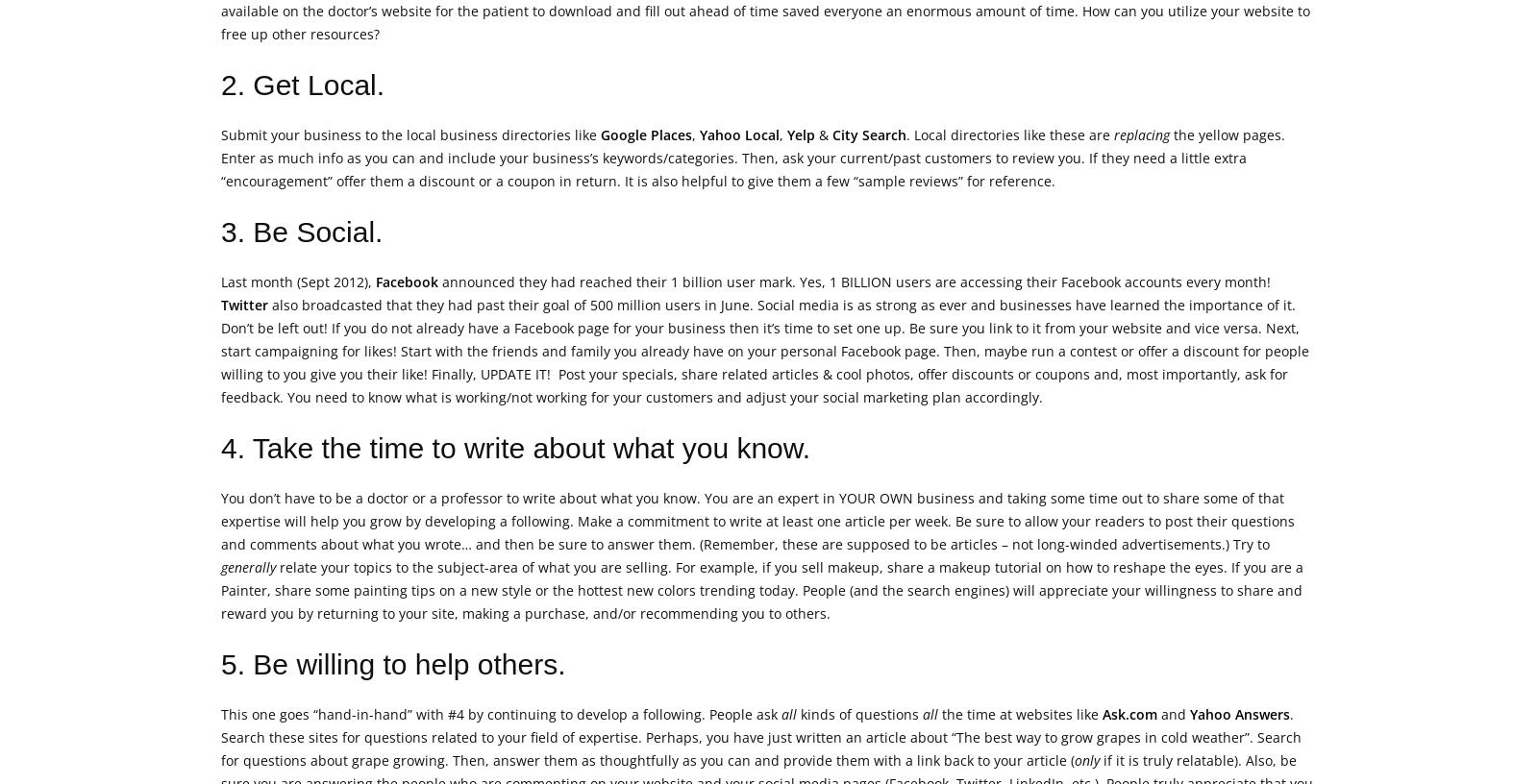 The width and height of the screenshot is (1538, 784). I want to click on 'the yellow pages. Enter as much info as you can and include your business’s keywords/categories. Then, ask your current/past customers to review you. If they need a little extra “encouragement” offer them a discount or a coupon in return. It is also helpful to give them a few “sample reviews” for reference.', so click(753, 158).